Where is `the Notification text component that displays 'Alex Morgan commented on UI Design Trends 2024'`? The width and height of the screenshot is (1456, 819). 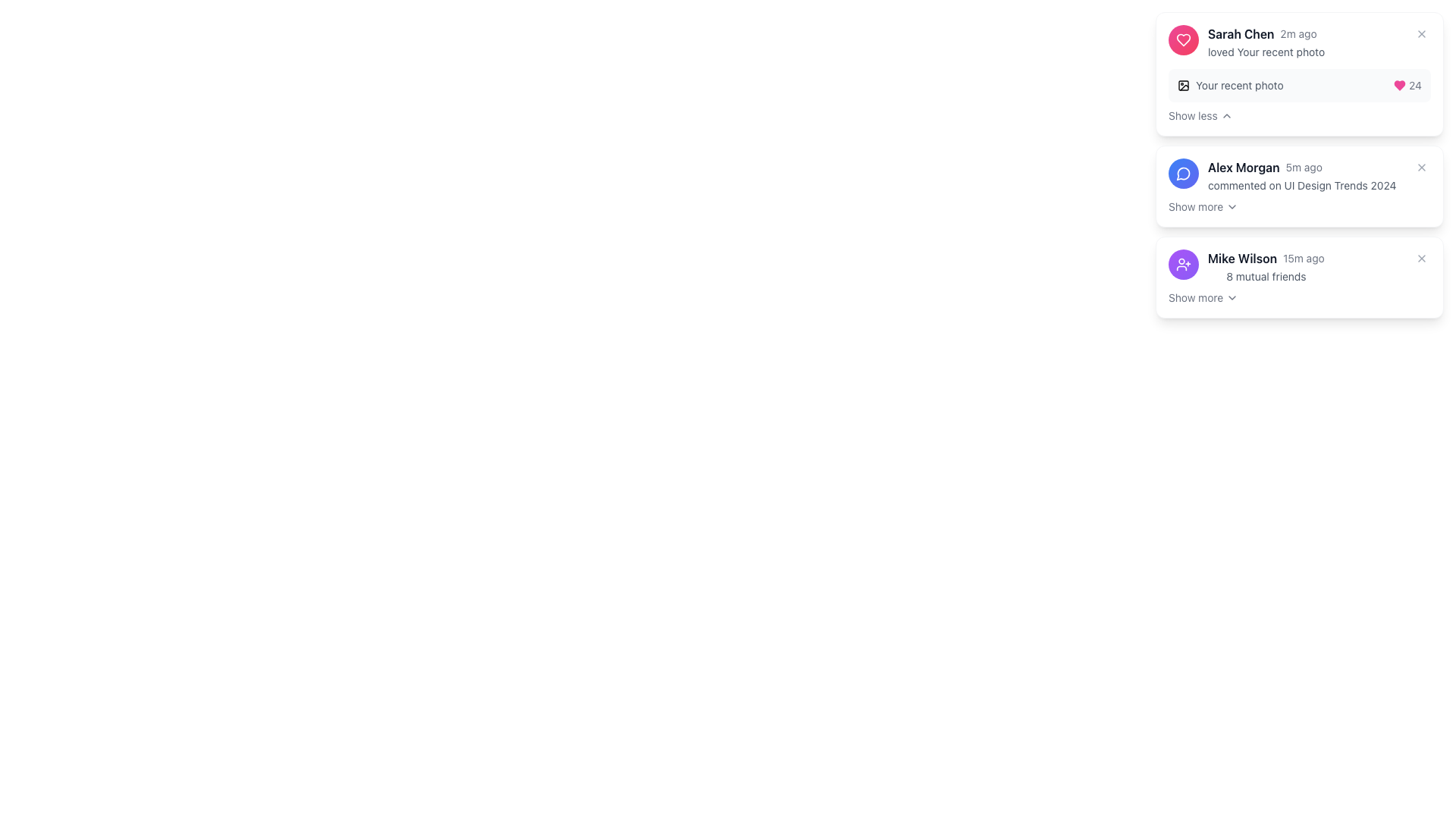
the Notification text component that displays 'Alex Morgan commented on UI Design Trends 2024' is located at coordinates (1301, 174).